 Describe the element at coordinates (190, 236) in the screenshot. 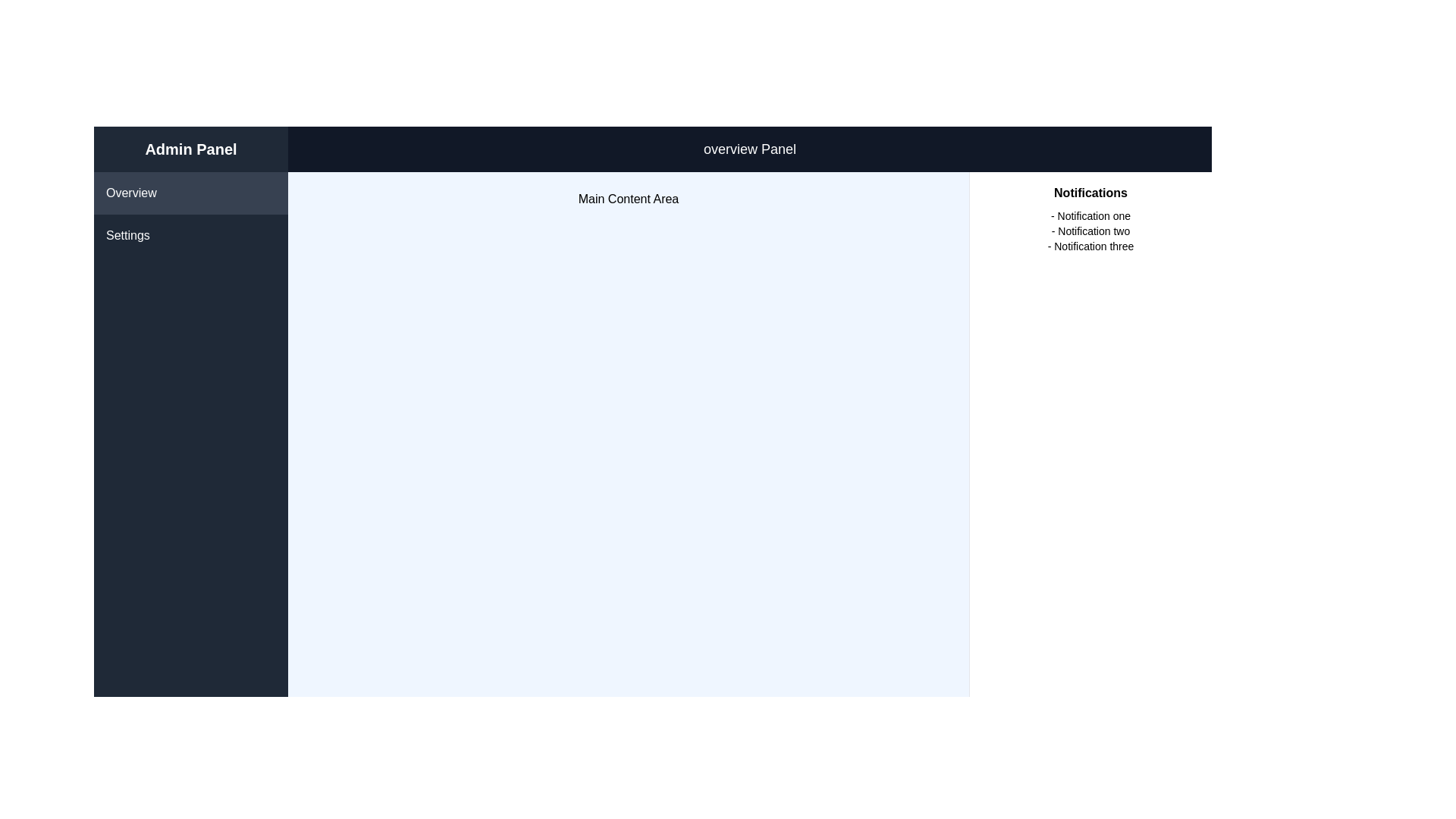

I see `the 'Settings' navigation button located in the Admin Panel section of the sidebar, positioned directly below the 'Overview' button` at that location.